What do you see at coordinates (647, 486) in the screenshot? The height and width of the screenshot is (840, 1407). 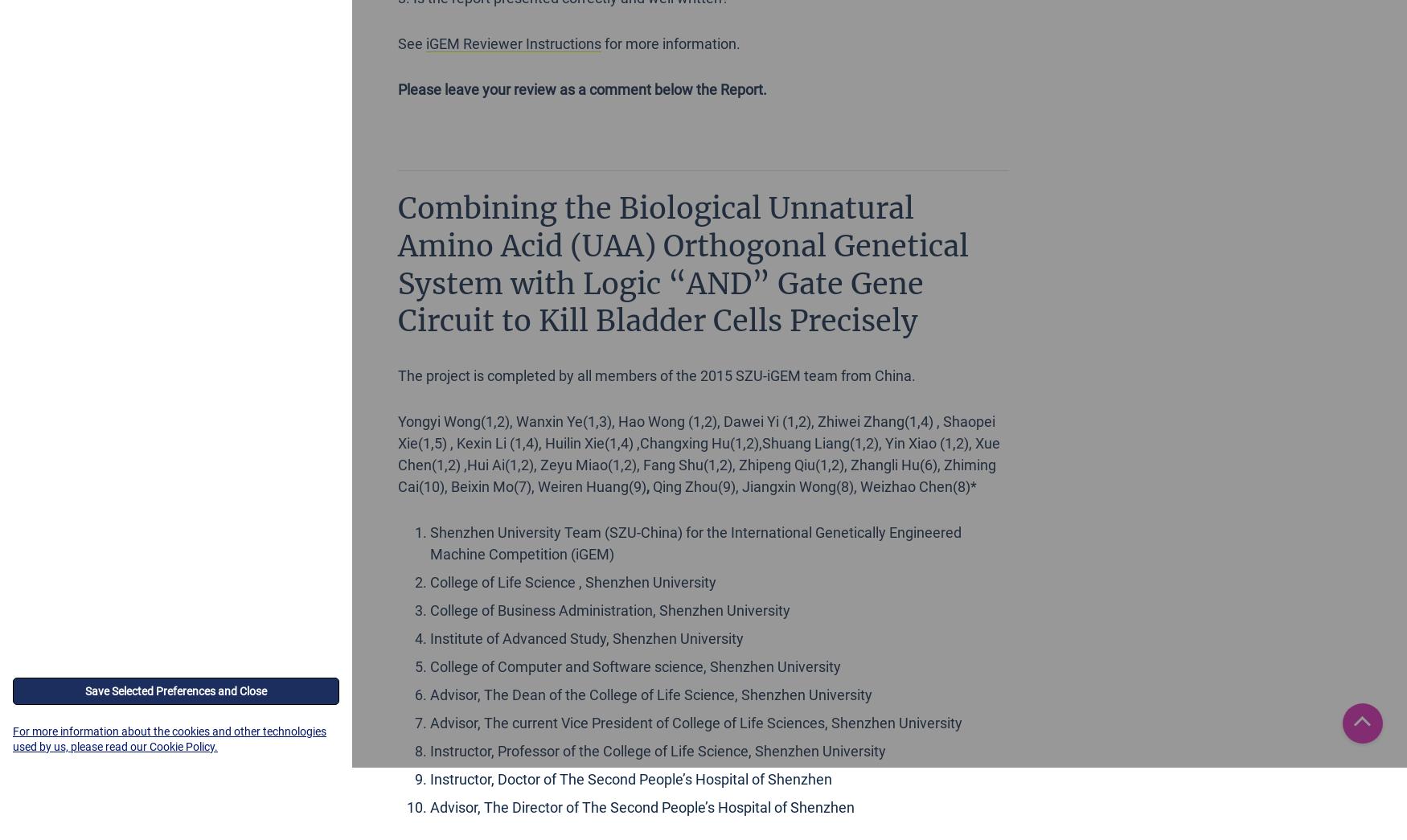 I see `','` at bounding box center [647, 486].